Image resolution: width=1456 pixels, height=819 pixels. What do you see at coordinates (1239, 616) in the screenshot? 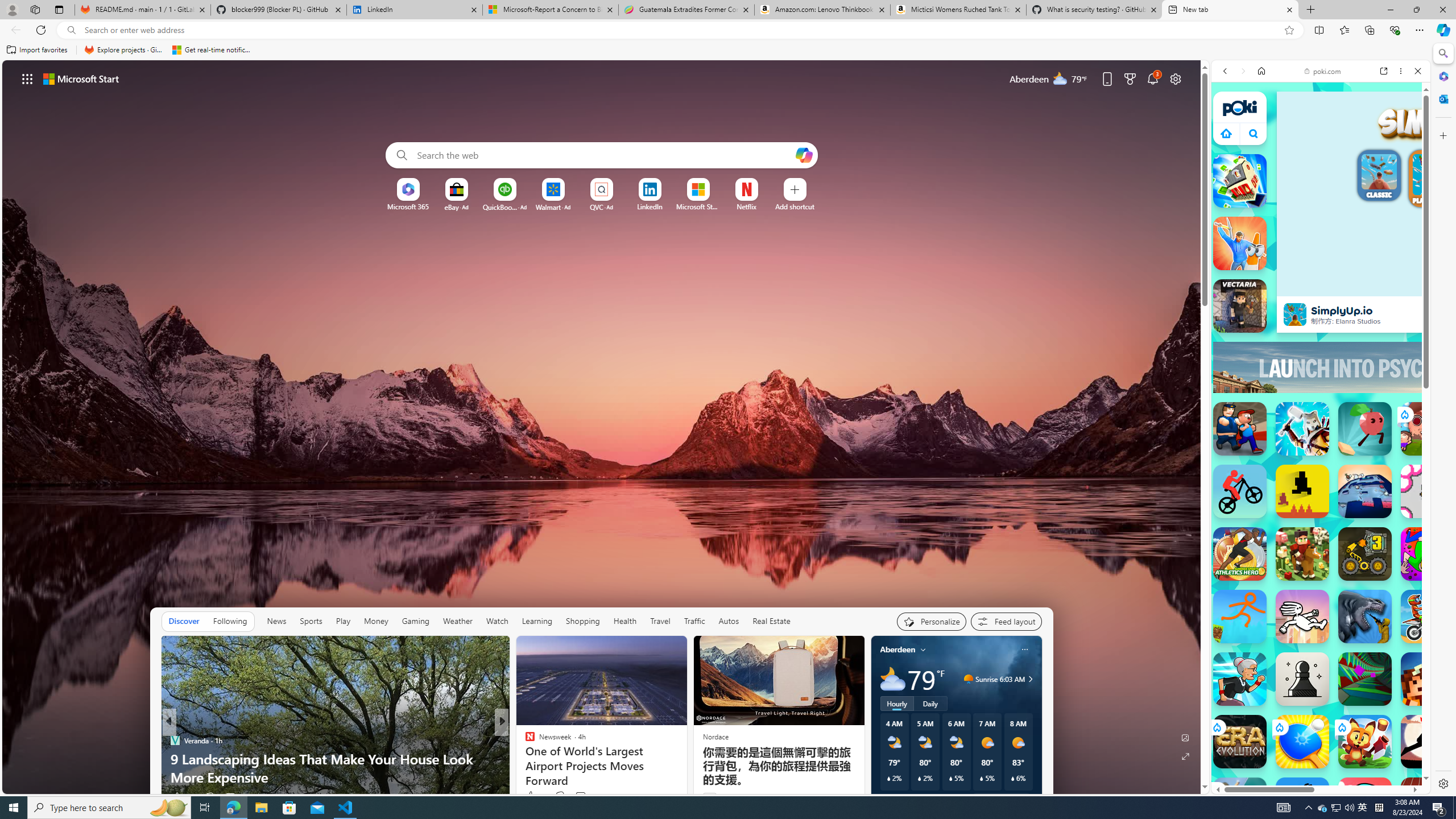
I see `'Stickman Parkour Skyland'` at bounding box center [1239, 616].